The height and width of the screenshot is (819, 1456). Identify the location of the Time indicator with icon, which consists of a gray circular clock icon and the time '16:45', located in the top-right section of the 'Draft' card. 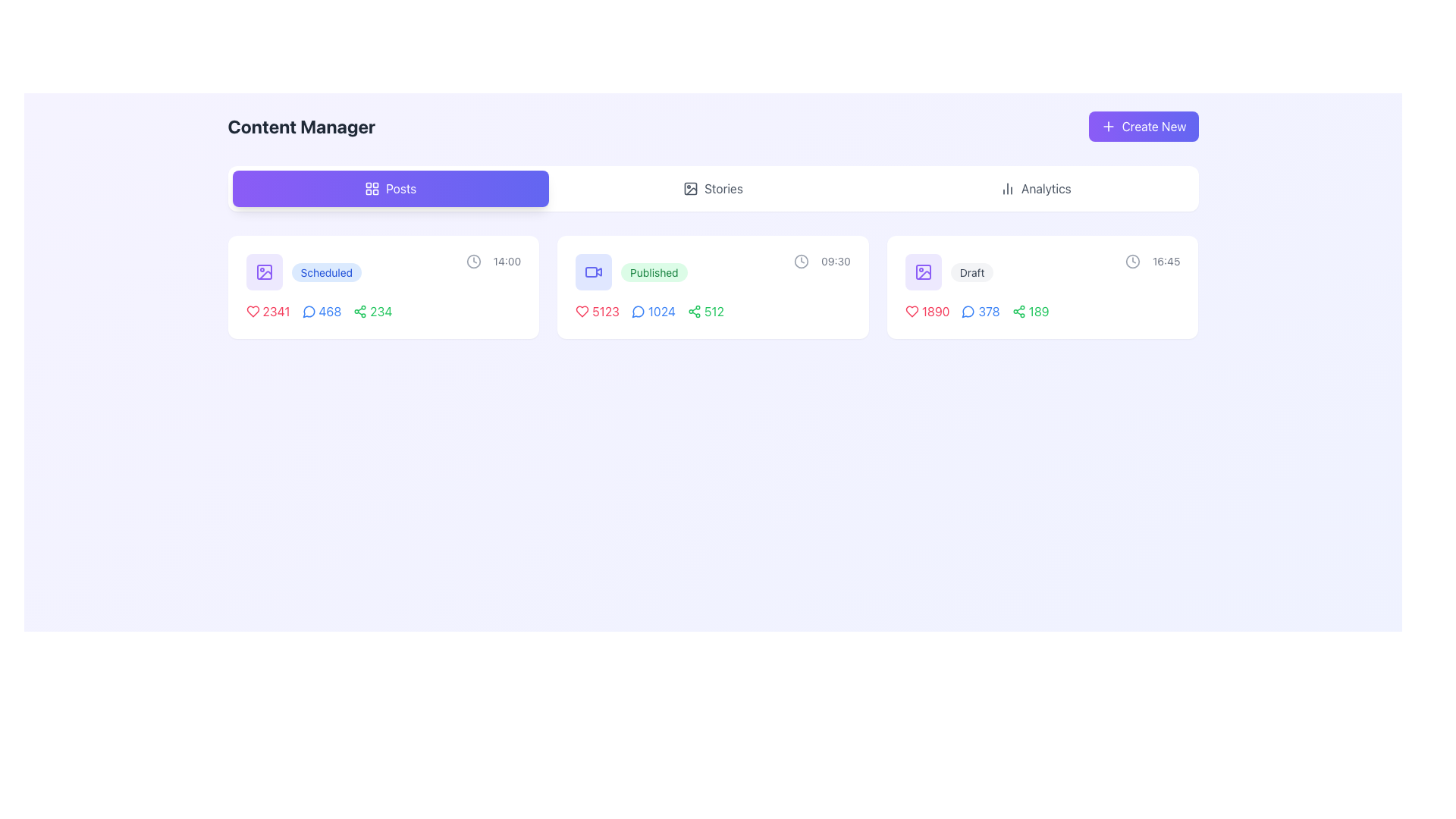
(1153, 260).